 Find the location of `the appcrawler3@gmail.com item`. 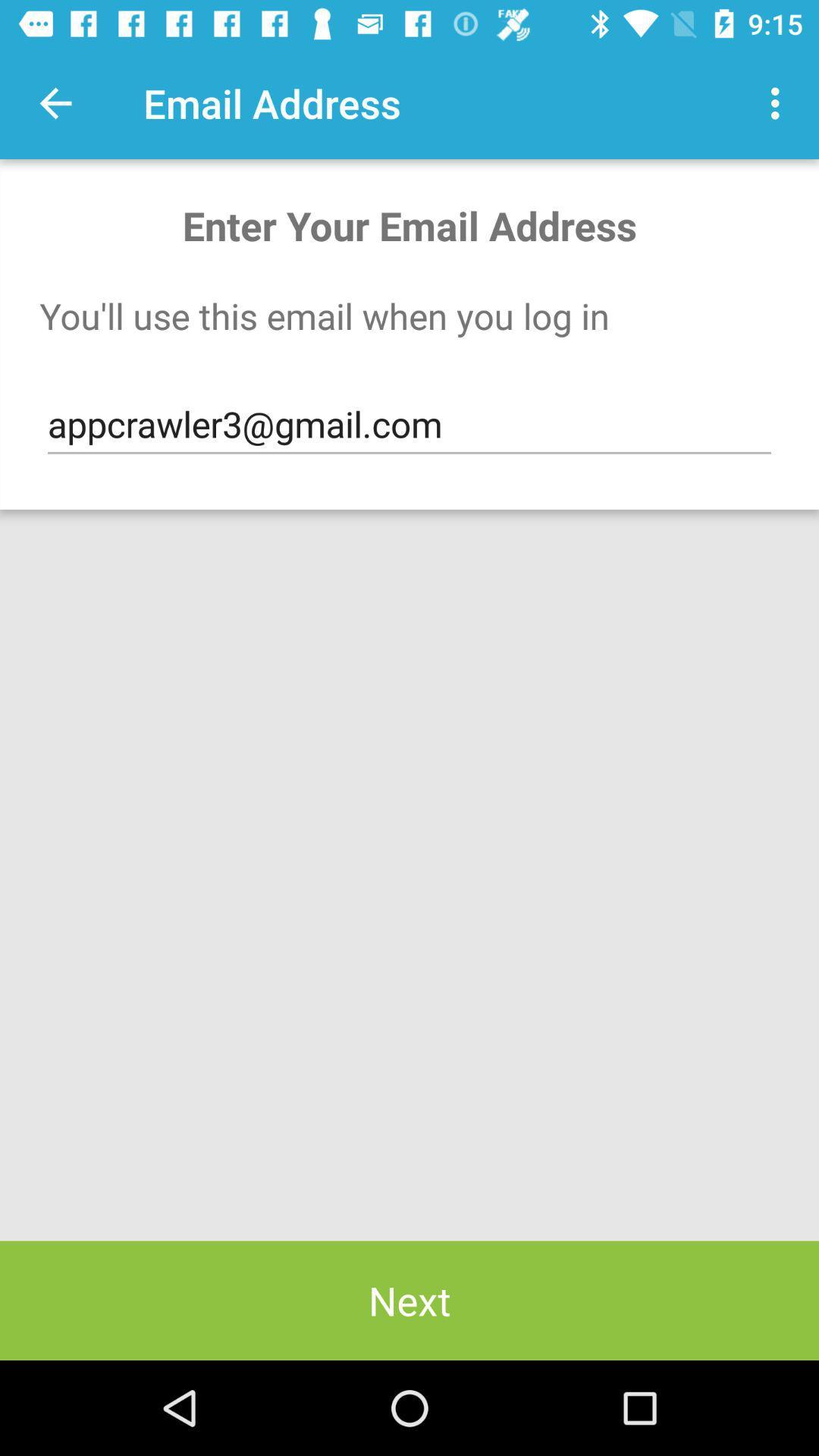

the appcrawler3@gmail.com item is located at coordinates (409, 425).